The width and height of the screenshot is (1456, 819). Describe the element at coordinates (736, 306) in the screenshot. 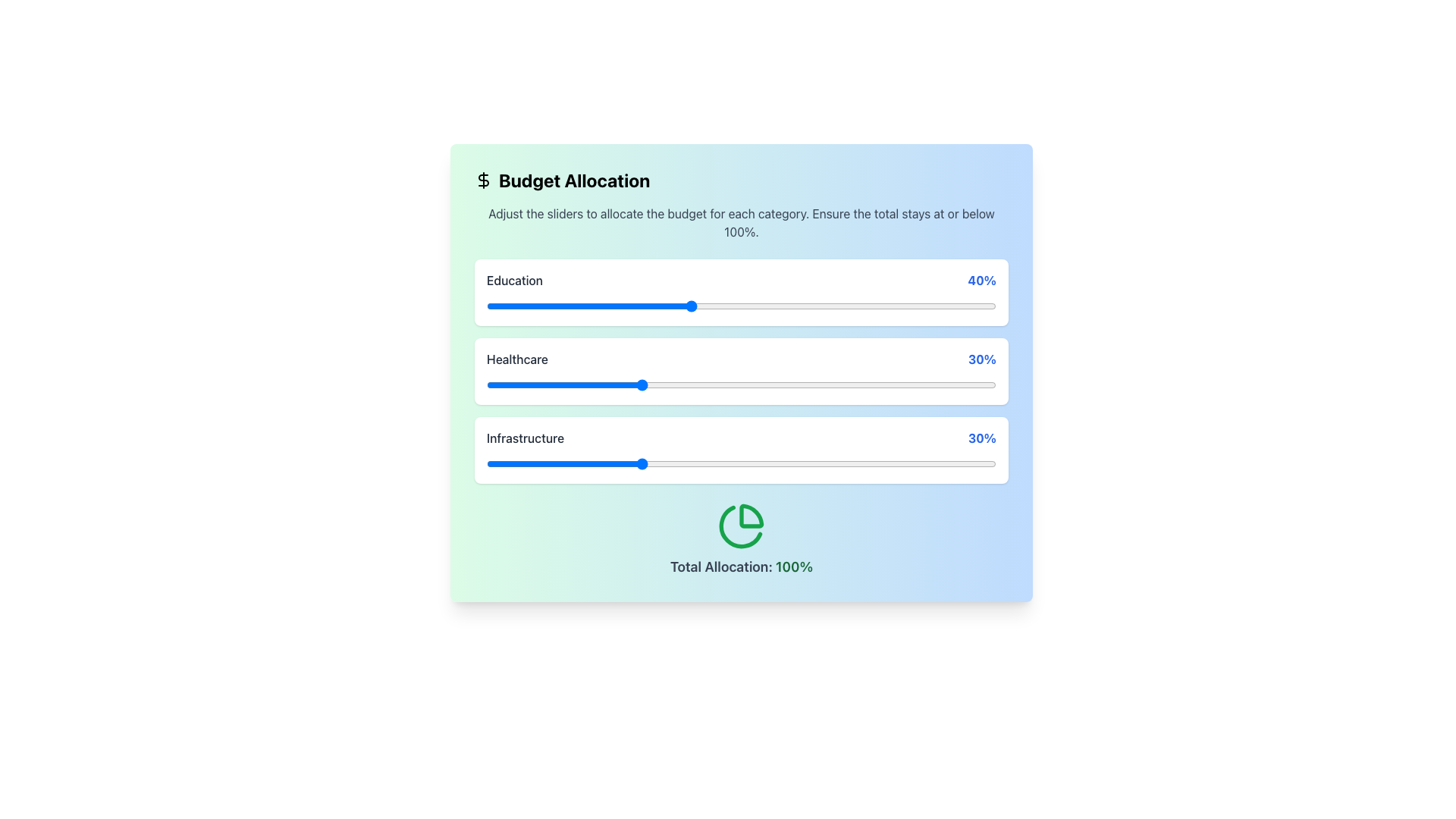

I see `the Education allocation slider` at that location.